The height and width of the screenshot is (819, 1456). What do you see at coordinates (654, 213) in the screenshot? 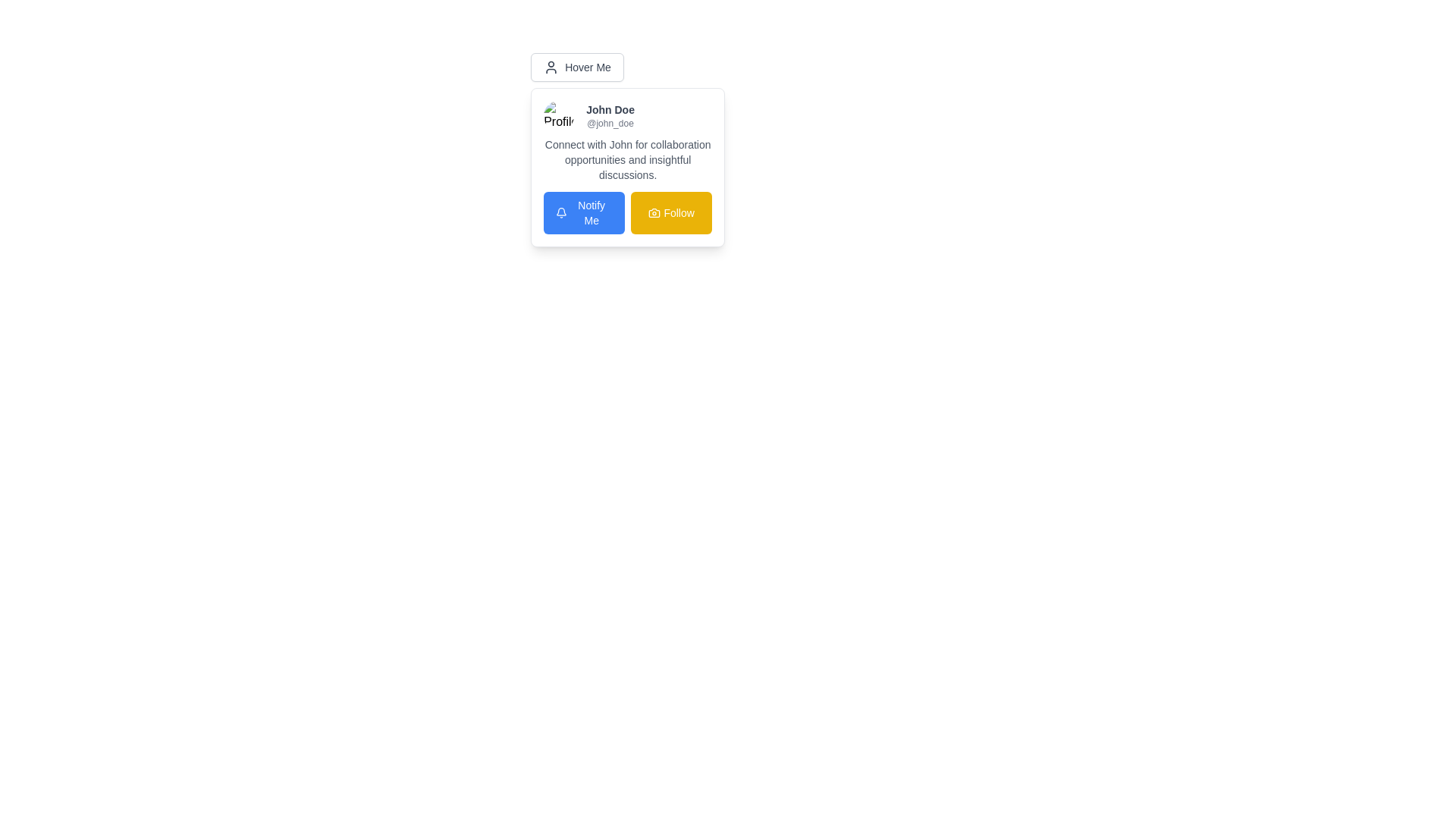
I see `the camera icon with a yellow background and red marking, located within the 'Follow' button at the bottom right of the profile card` at bounding box center [654, 213].